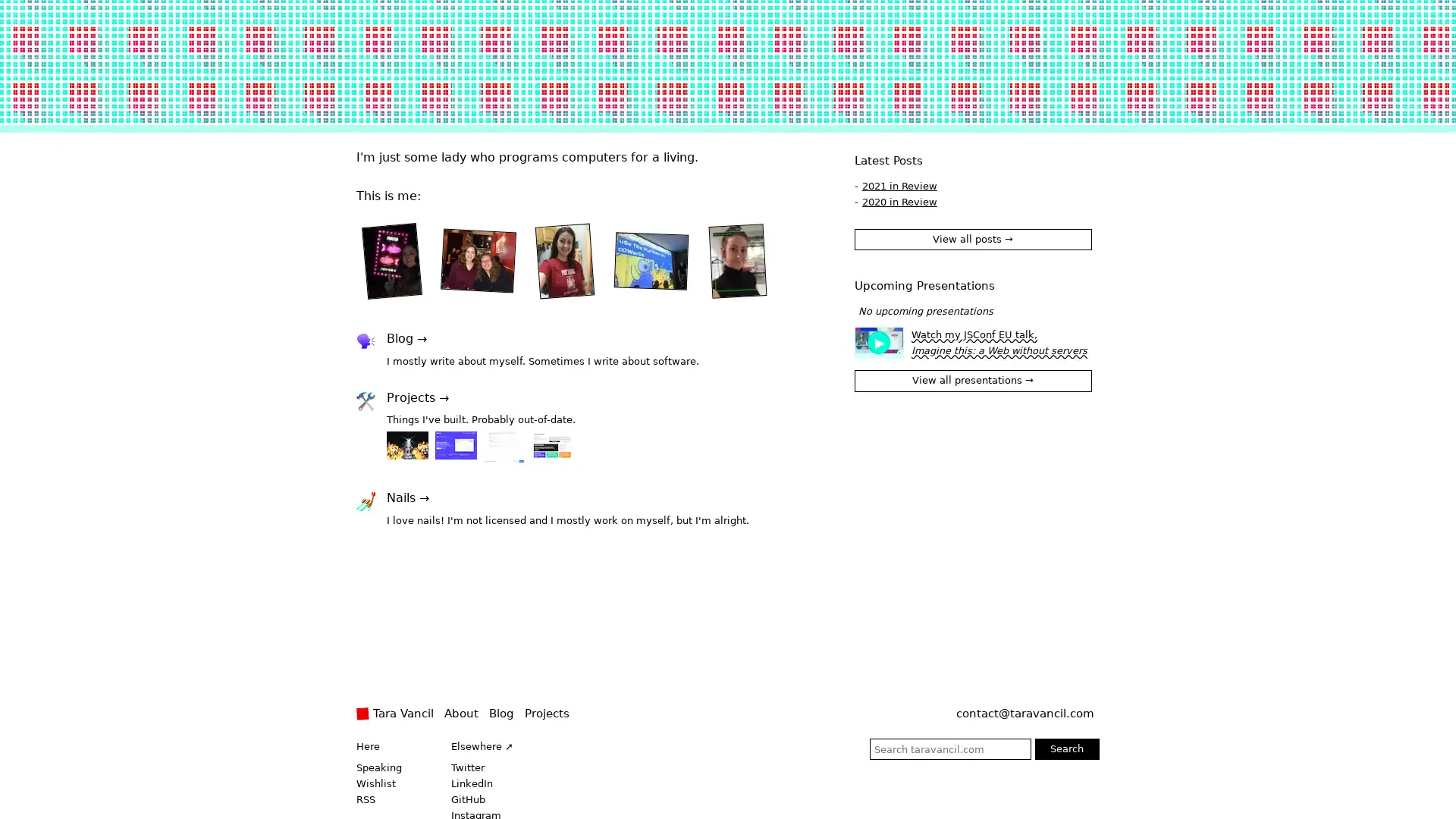  I want to click on Do search, so click(1065, 748).